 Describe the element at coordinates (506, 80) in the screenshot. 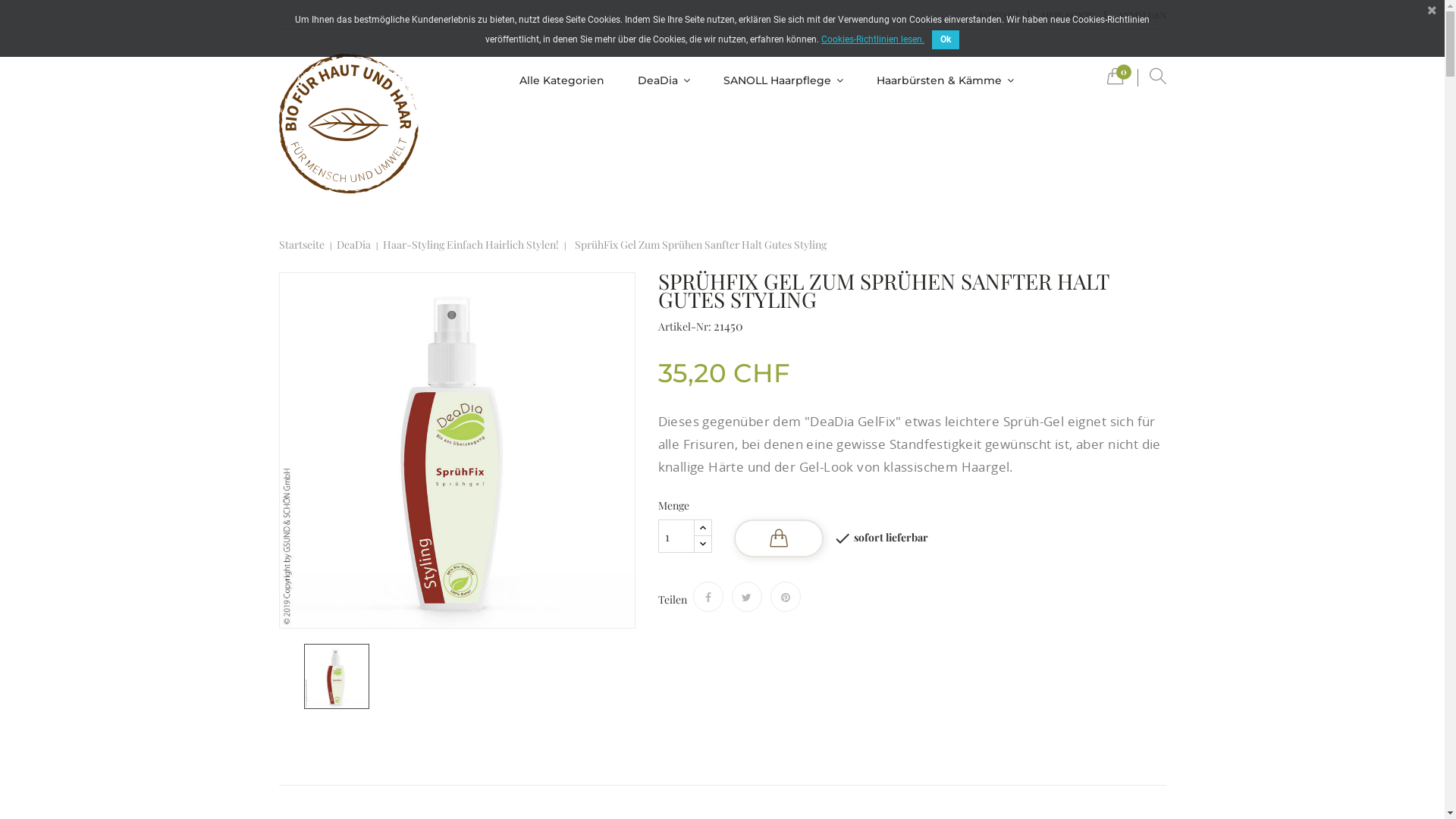

I see `'Alle Kategorien'` at that location.